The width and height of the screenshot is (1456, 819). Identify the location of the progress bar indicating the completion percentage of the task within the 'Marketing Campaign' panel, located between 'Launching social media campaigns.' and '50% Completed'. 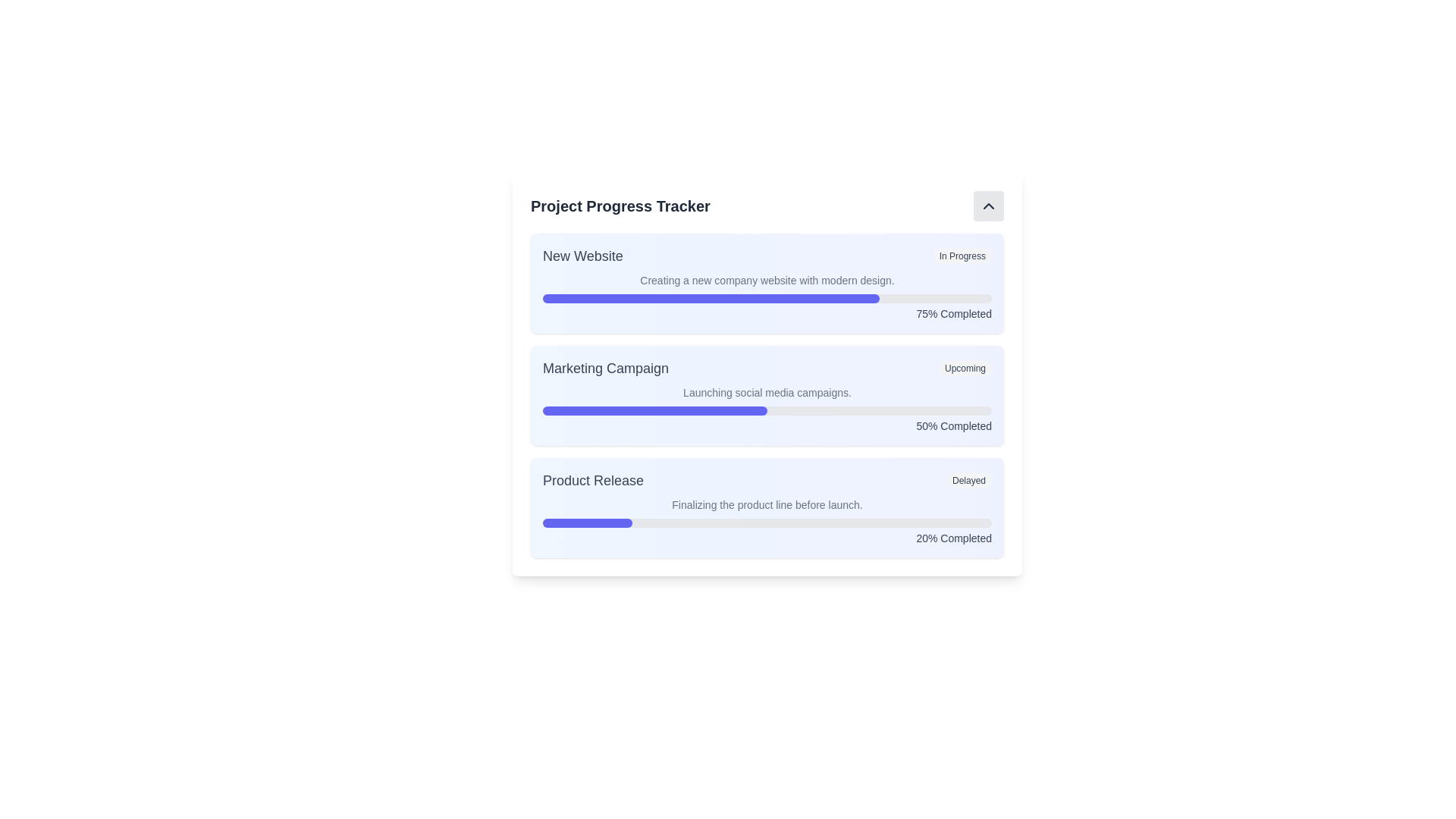
(767, 411).